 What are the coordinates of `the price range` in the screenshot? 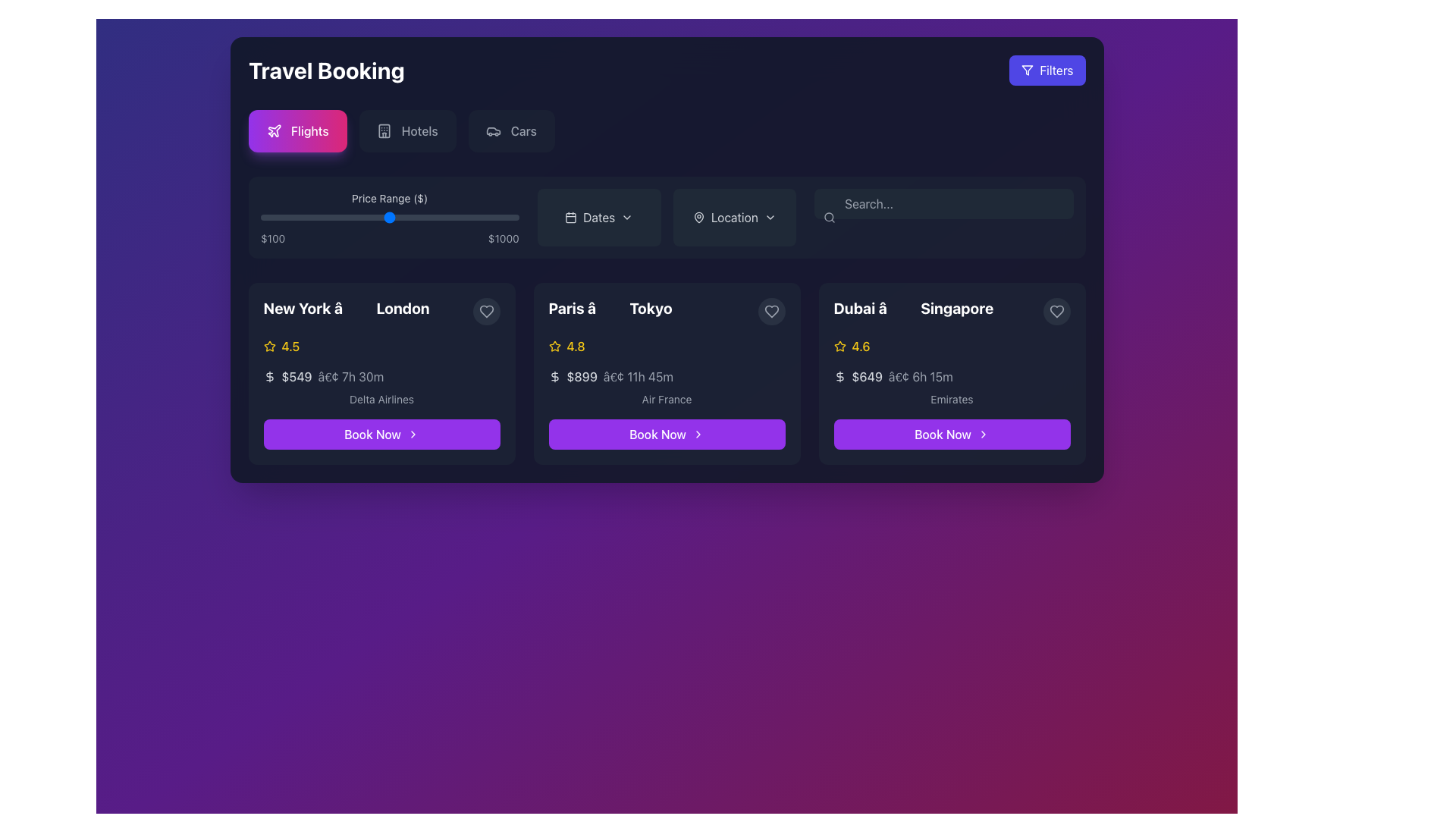 It's located at (275, 217).